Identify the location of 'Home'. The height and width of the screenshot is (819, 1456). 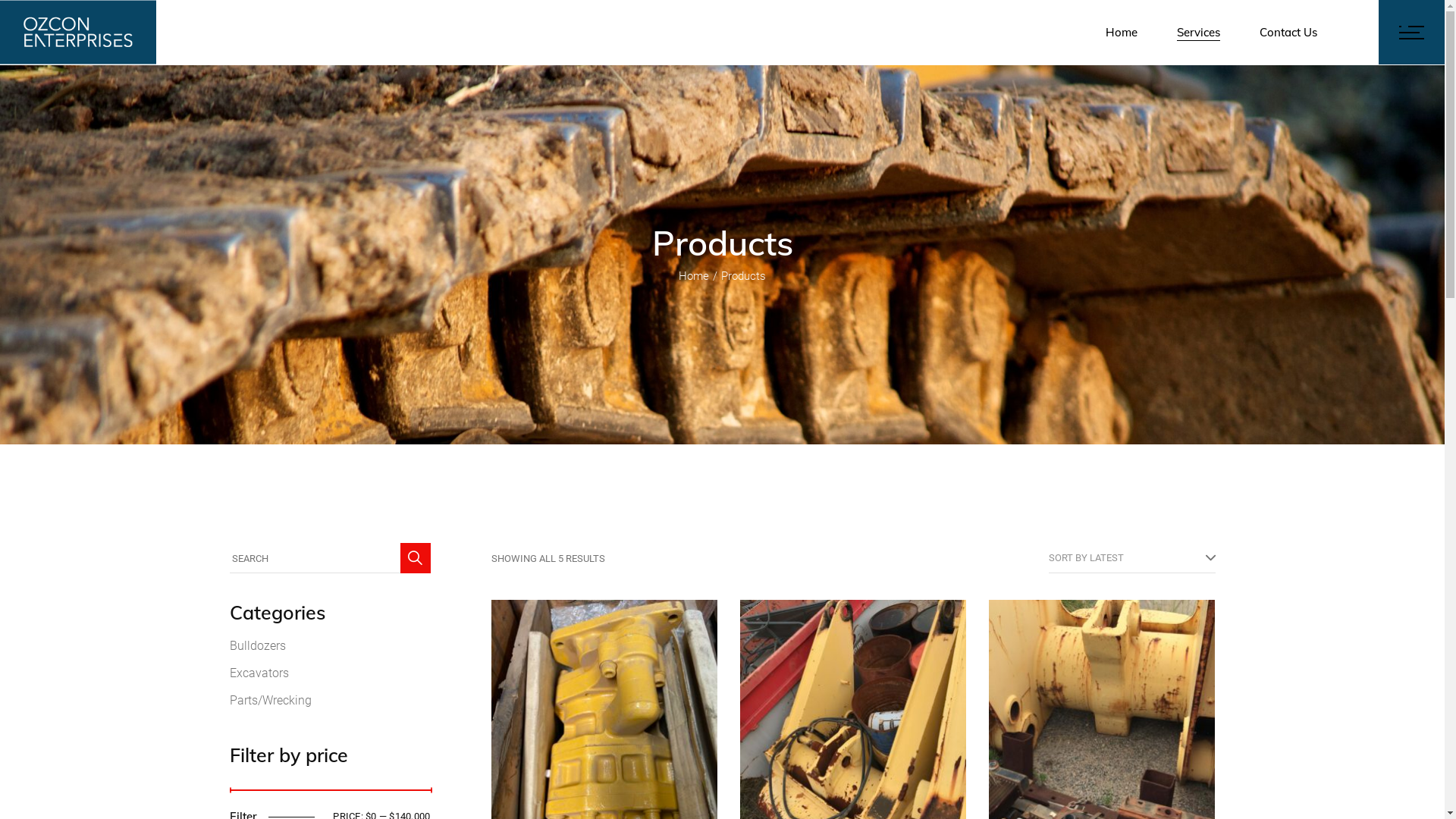
(1121, 32).